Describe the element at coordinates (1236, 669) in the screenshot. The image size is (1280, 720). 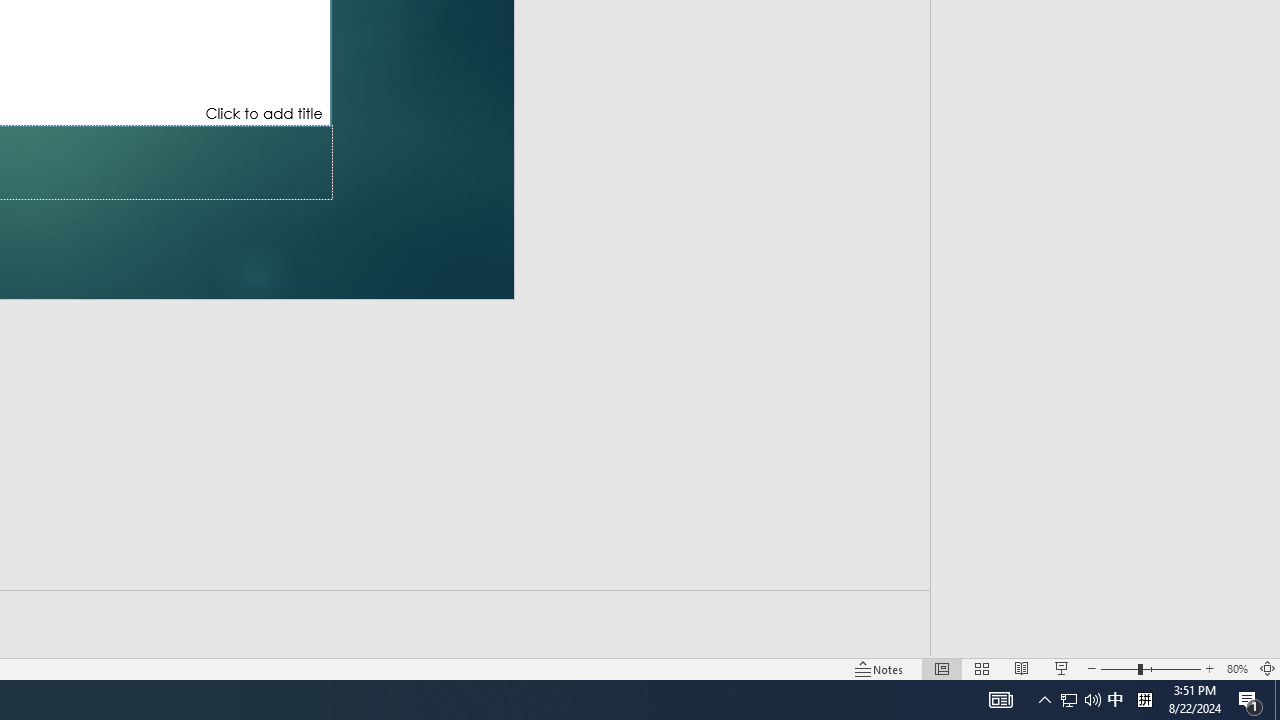
I see `'Zoom 80%'` at that location.